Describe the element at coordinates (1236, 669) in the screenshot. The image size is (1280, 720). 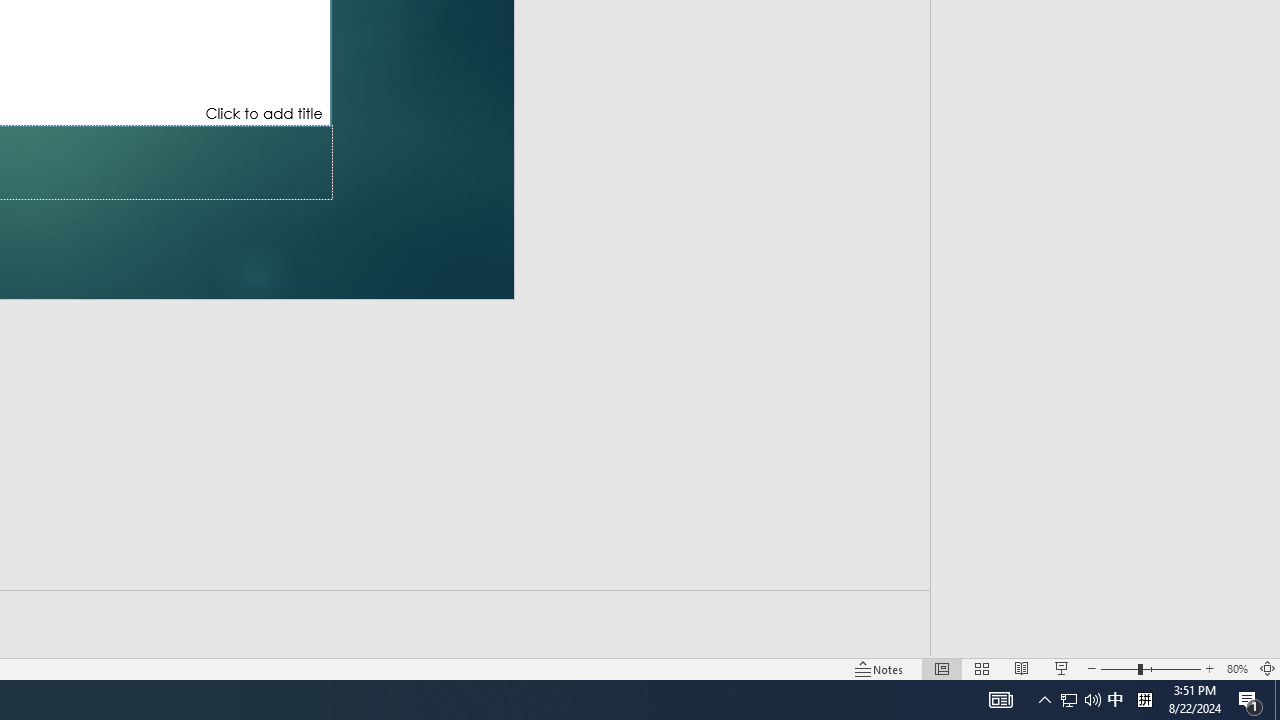
I see `'Zoom 80%'` at that location.